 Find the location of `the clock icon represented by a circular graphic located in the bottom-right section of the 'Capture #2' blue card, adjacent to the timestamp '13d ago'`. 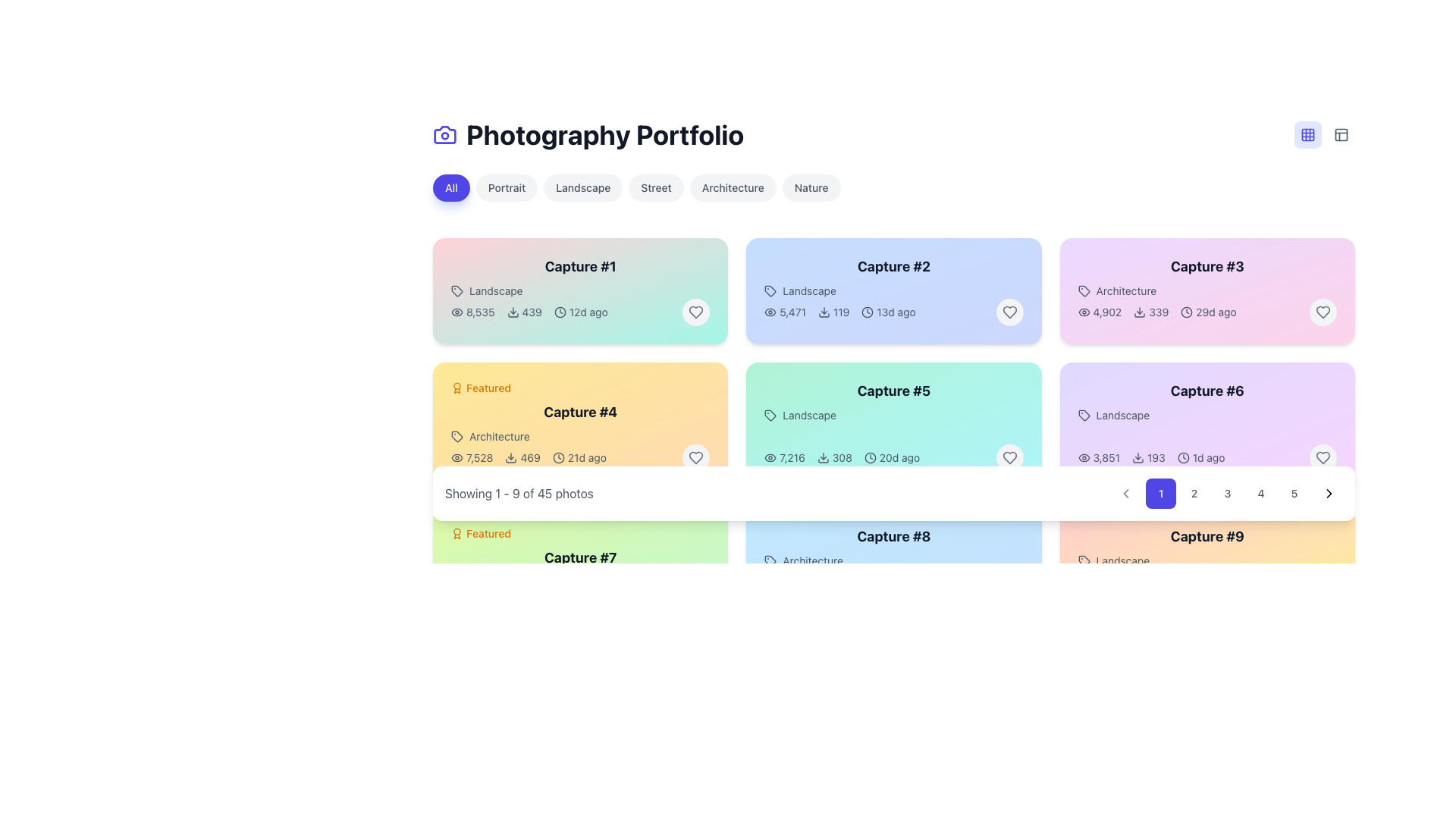

the clock icon represented by a circular graphic located in the bottom-right section of the 'Capture #2' blue card, adjacent to the timestamp '13d ago' is located at coordinates (868, 312).